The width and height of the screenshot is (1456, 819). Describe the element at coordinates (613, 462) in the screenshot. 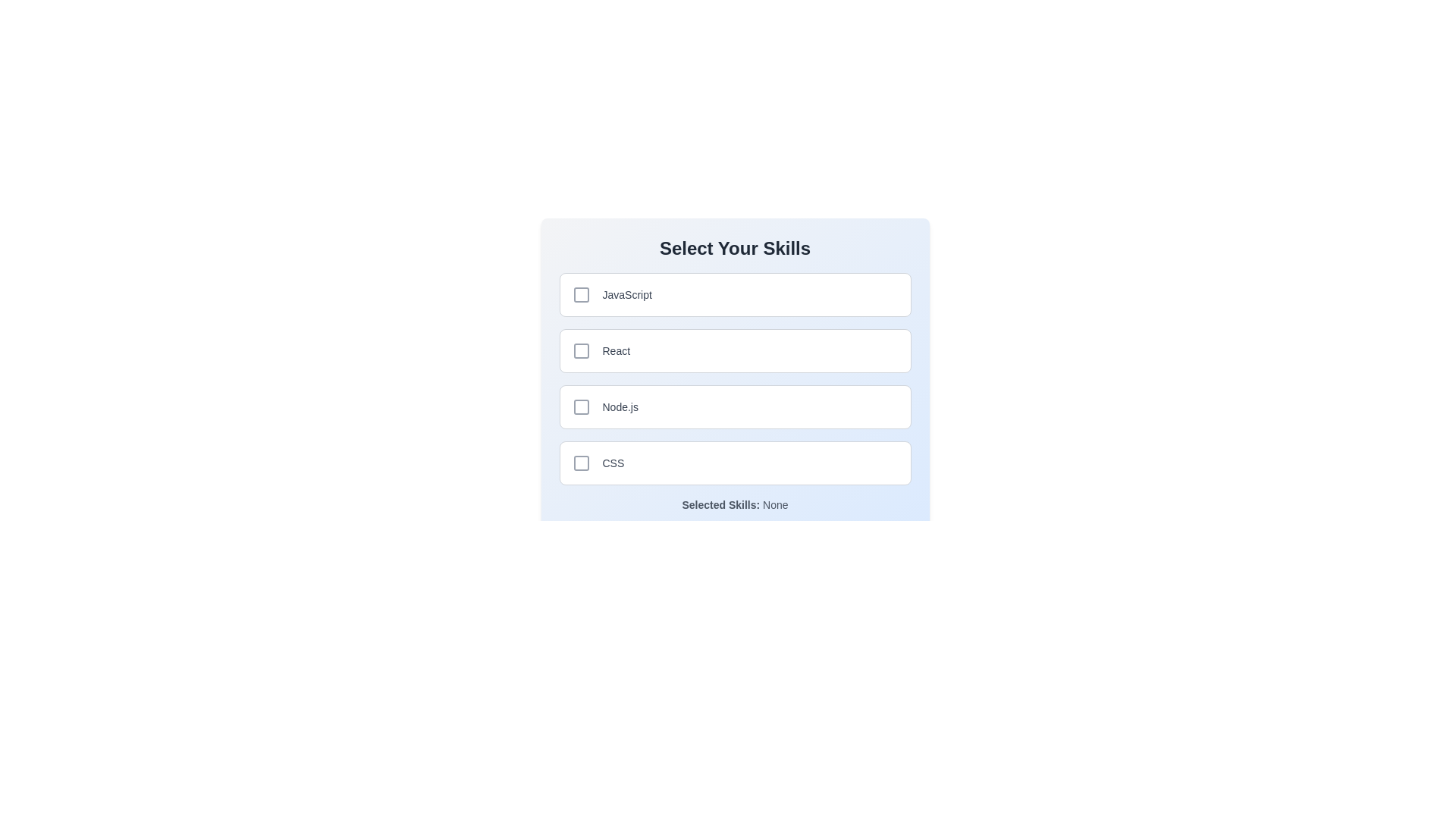

I see `the text label that describes the selectable skill in the interactive skill-selection interface, which is the fourth item in the list and positioned on the far-right side next to a square icon` at that location.